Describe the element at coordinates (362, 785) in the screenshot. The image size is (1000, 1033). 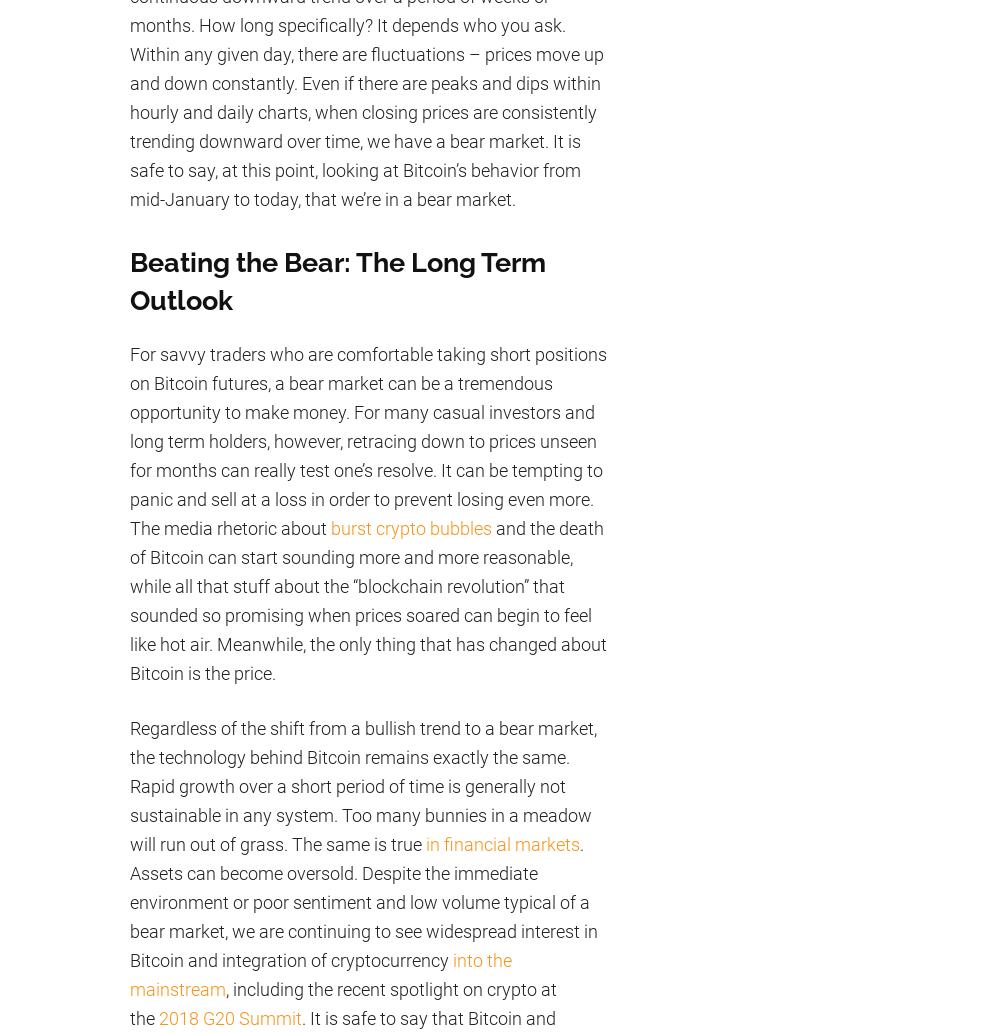
I see `'Regardless of the shift from a bullish trend to a bear market, the technology behind Bitcoin remains exactly the same. Rapid growth over a short period of time is generally not sustainable in any system. Too many bunnies in a meadow will run out of grass. The same is true'` at that location.